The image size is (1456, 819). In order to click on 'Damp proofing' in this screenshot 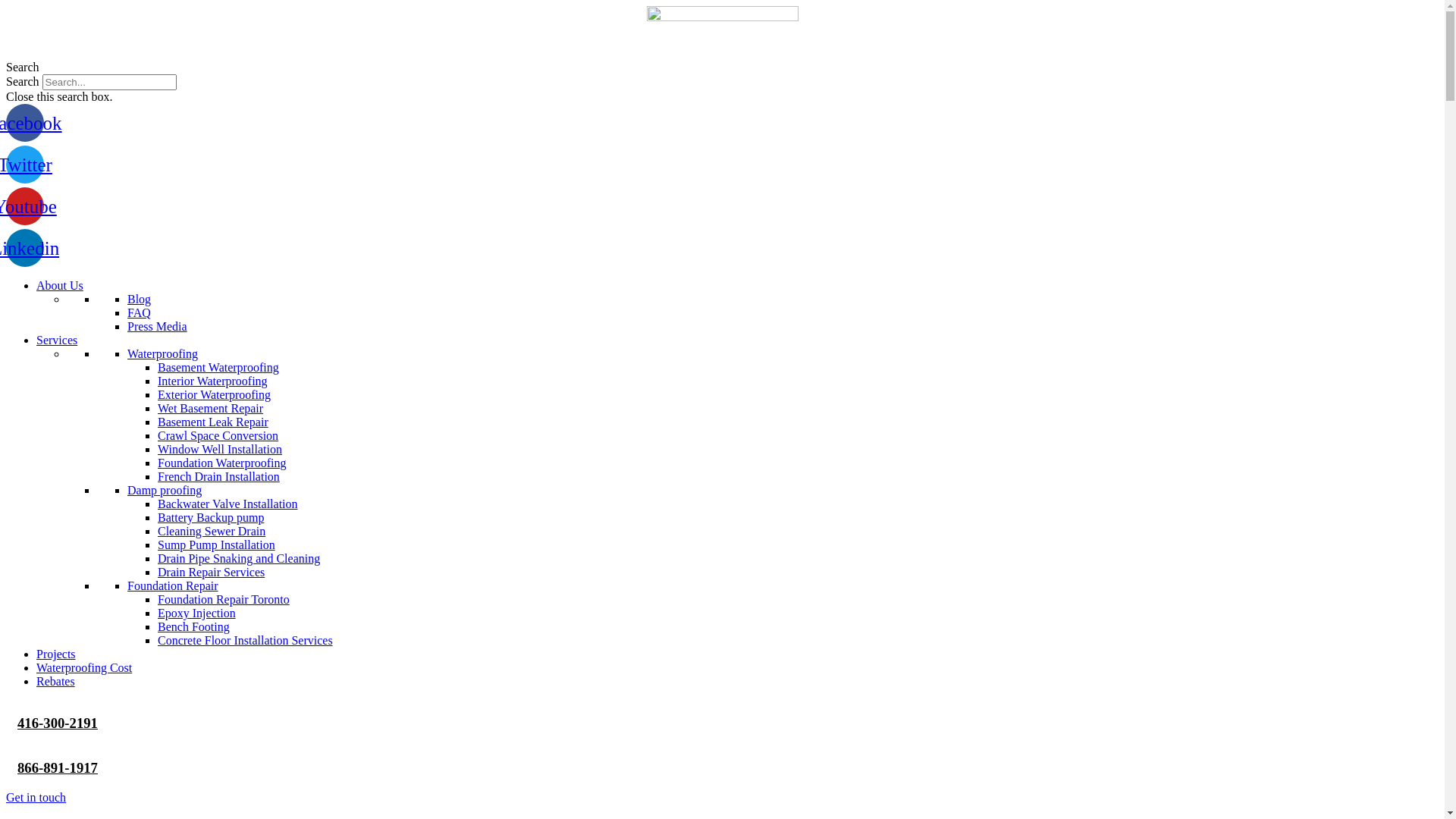, I will do `click(127, 490)`.